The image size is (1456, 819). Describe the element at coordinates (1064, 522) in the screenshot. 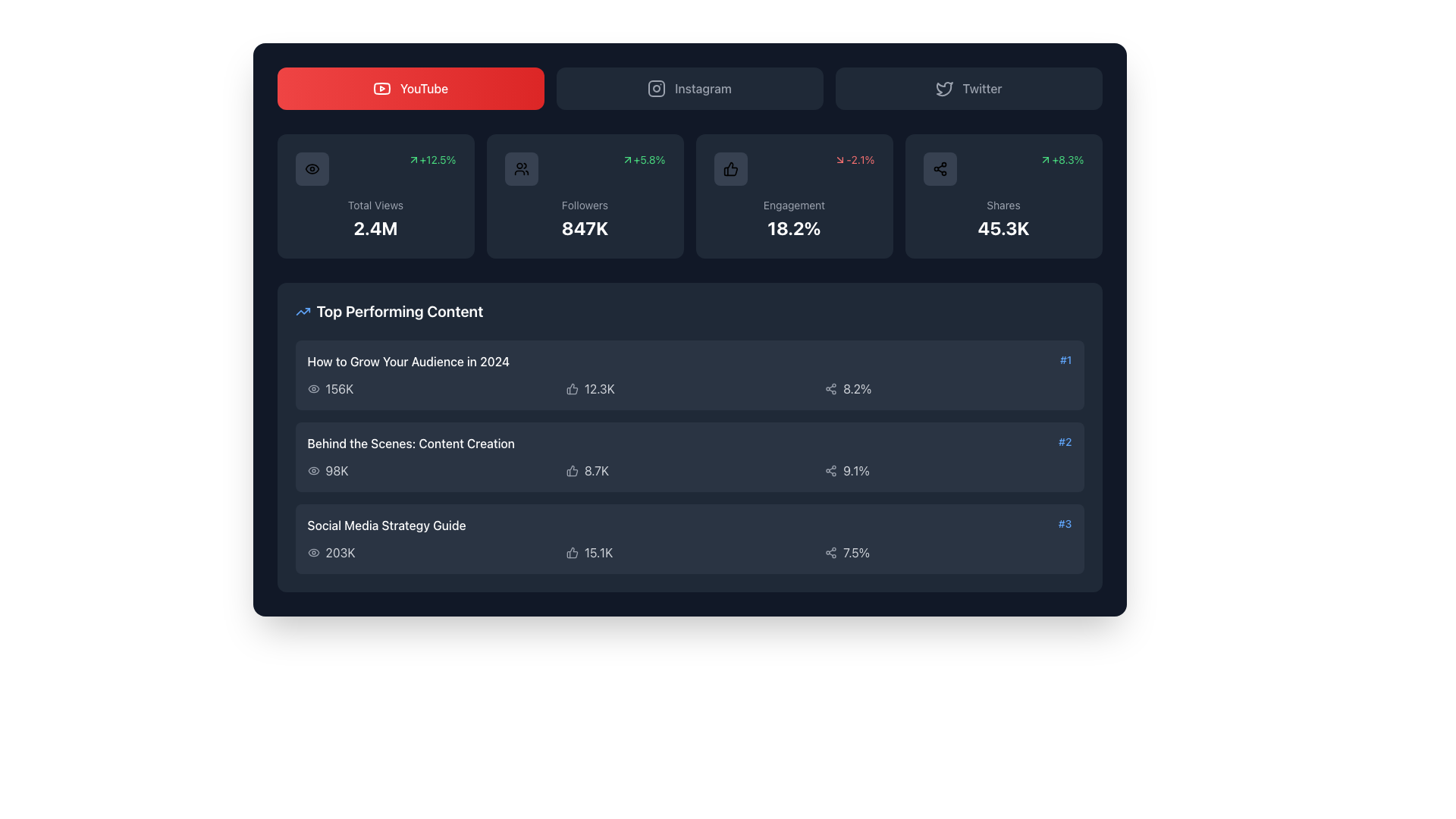

I see `the text label displaying '#3' in blue color, which is positioned beneath the list items '#1' and '#2' and adjacent to the title 'Social Media Strategy Guide'` at that location.